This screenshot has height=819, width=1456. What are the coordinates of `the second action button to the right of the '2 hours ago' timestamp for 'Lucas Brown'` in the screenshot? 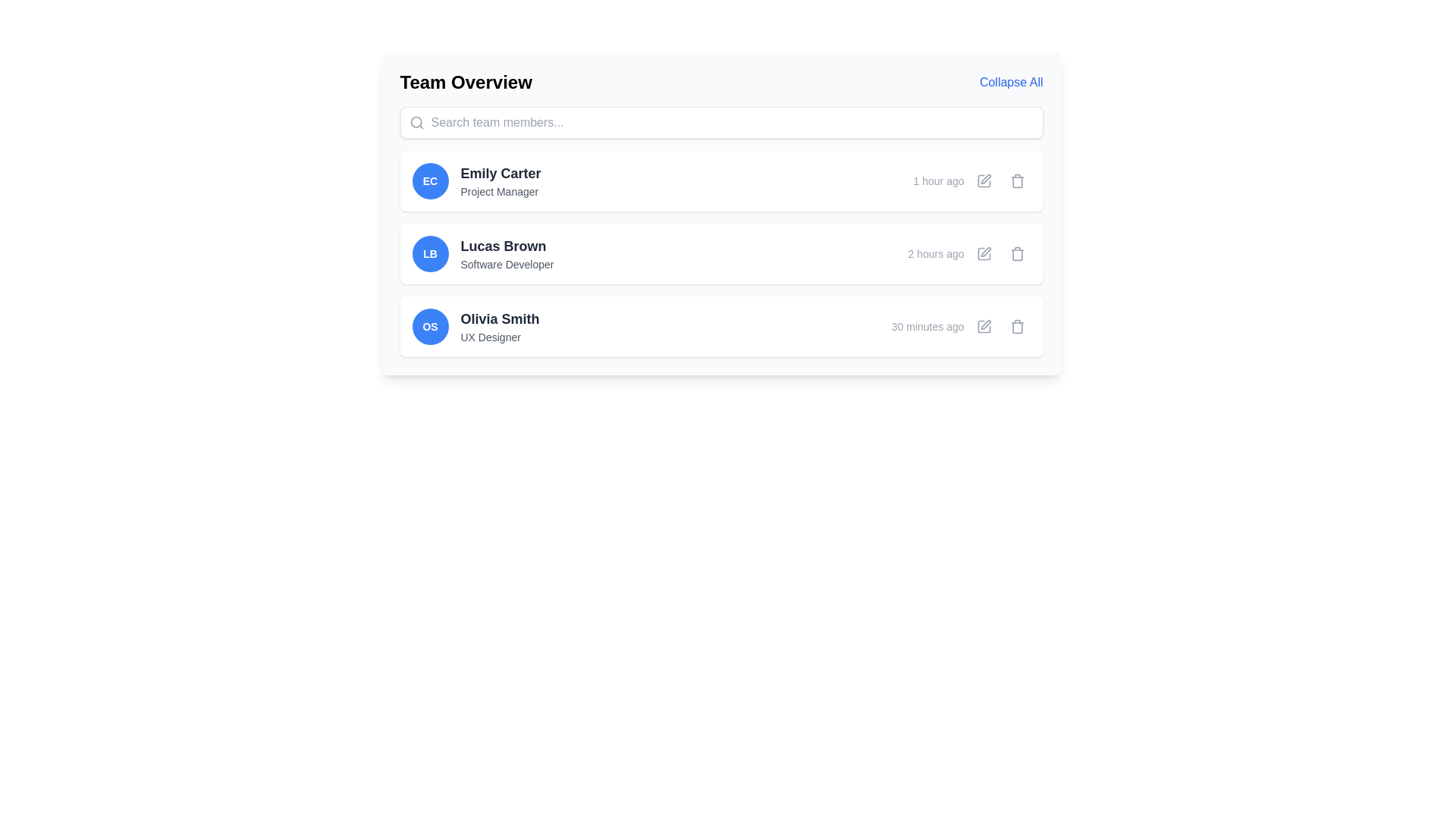 It's located at (984, 253).